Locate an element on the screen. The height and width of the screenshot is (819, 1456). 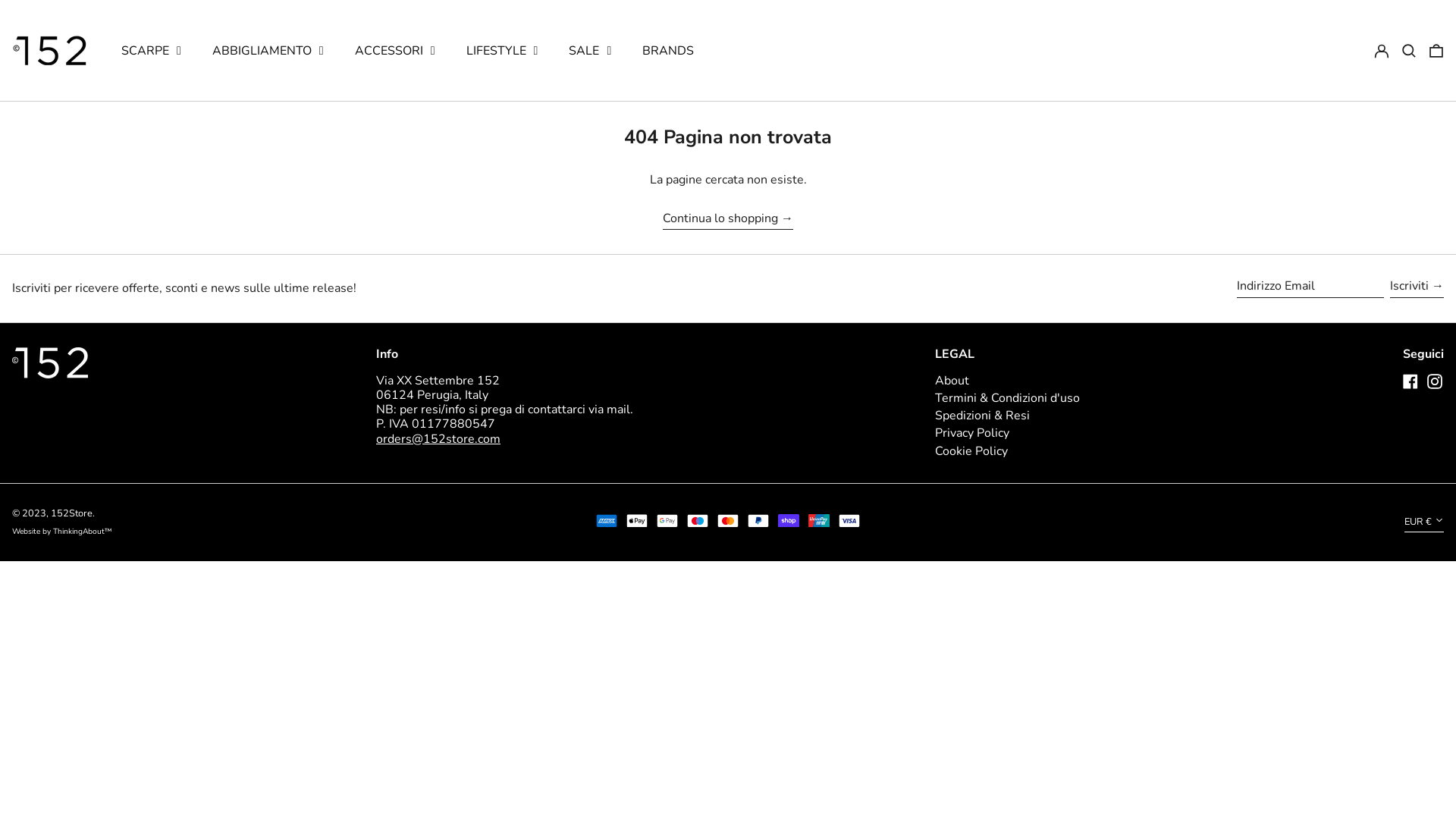
'ACCESSORI' is located at coordinates (395, 49).